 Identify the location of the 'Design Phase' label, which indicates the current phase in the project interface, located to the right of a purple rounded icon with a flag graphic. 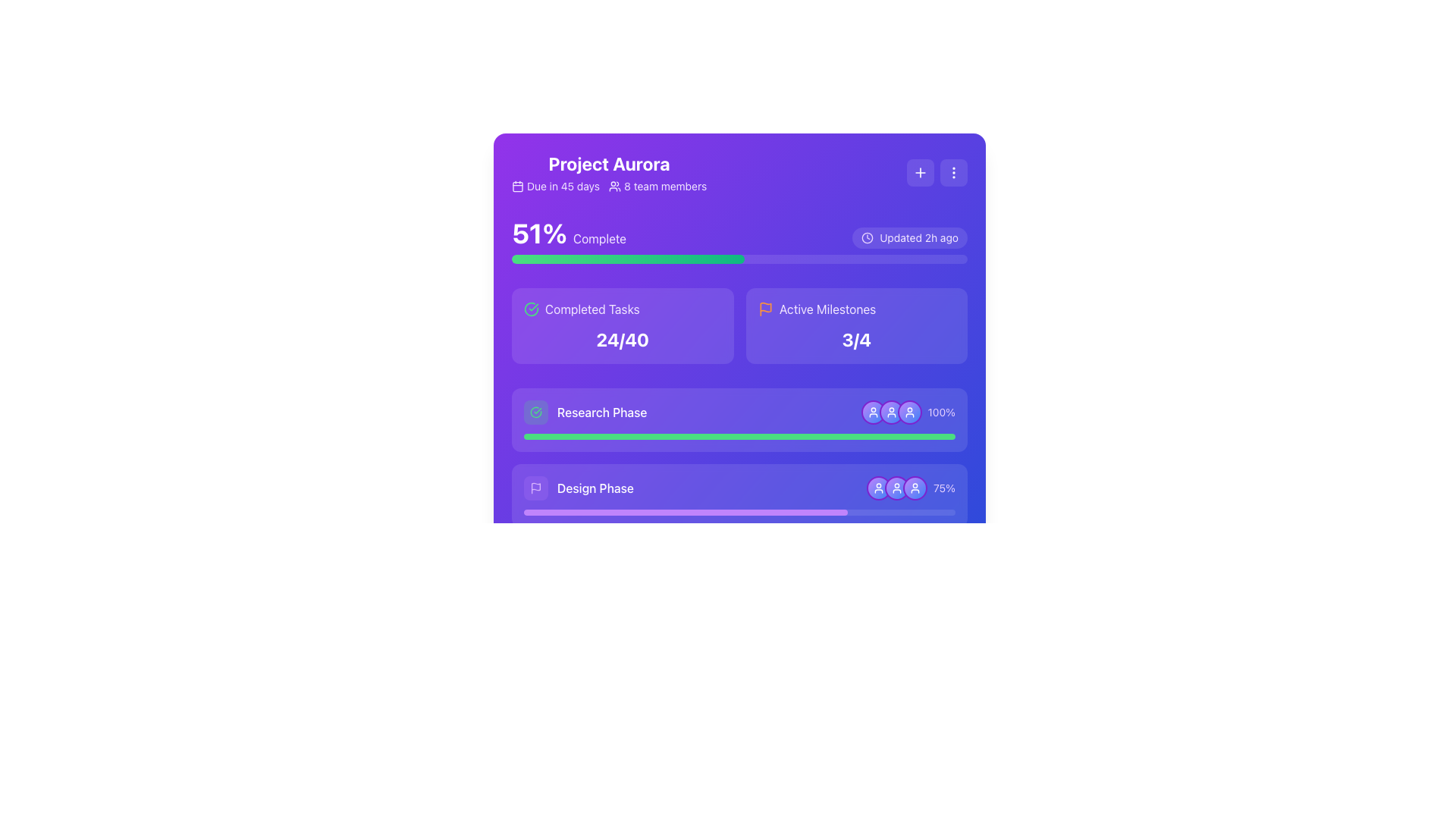
(595, 488).